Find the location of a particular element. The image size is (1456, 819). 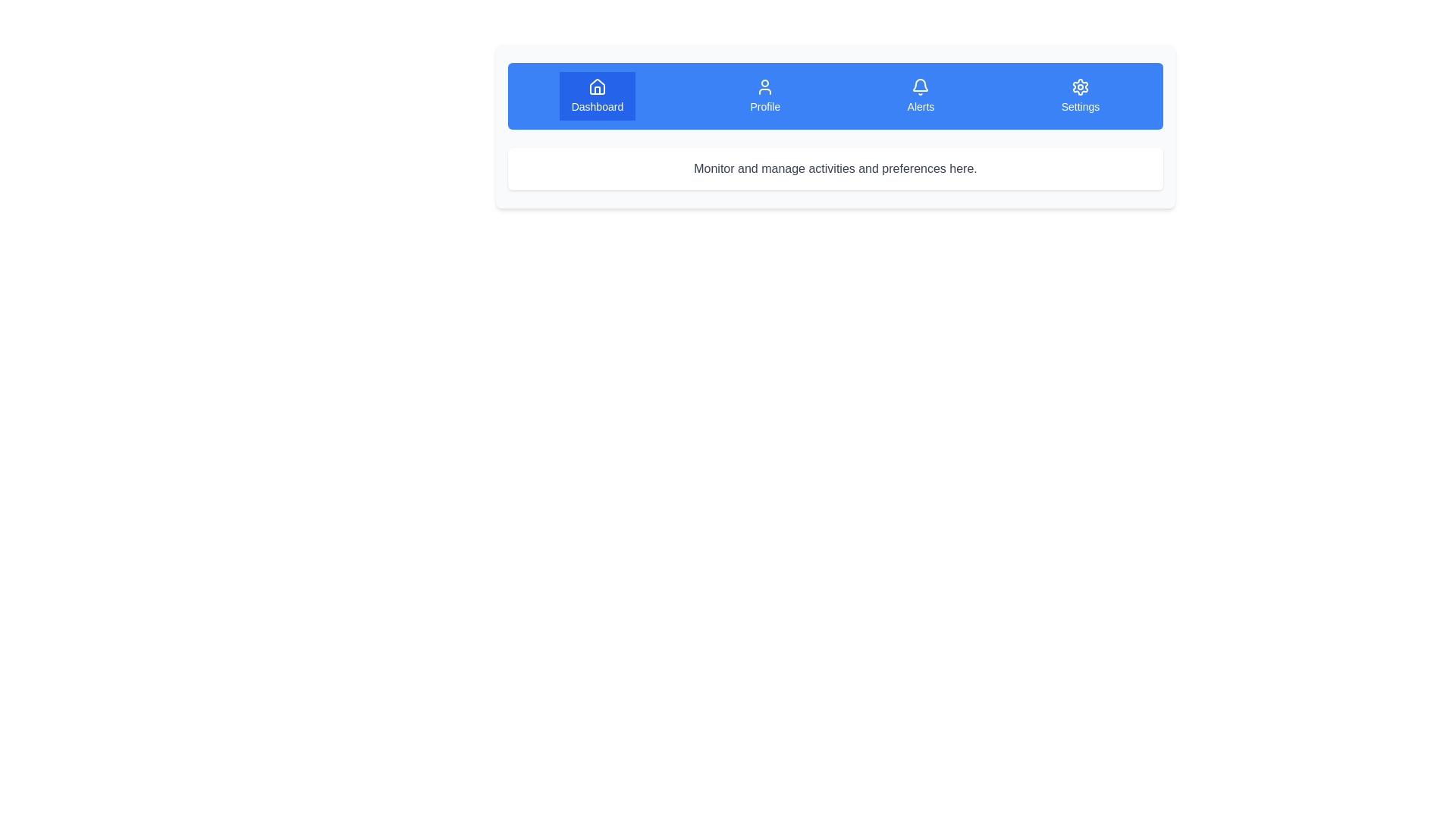

the alerts or notifications indicator icon in the horizontal navigation bar, located between the 'Profile' and 'Settings' icons is located at coordinates (920, 85).